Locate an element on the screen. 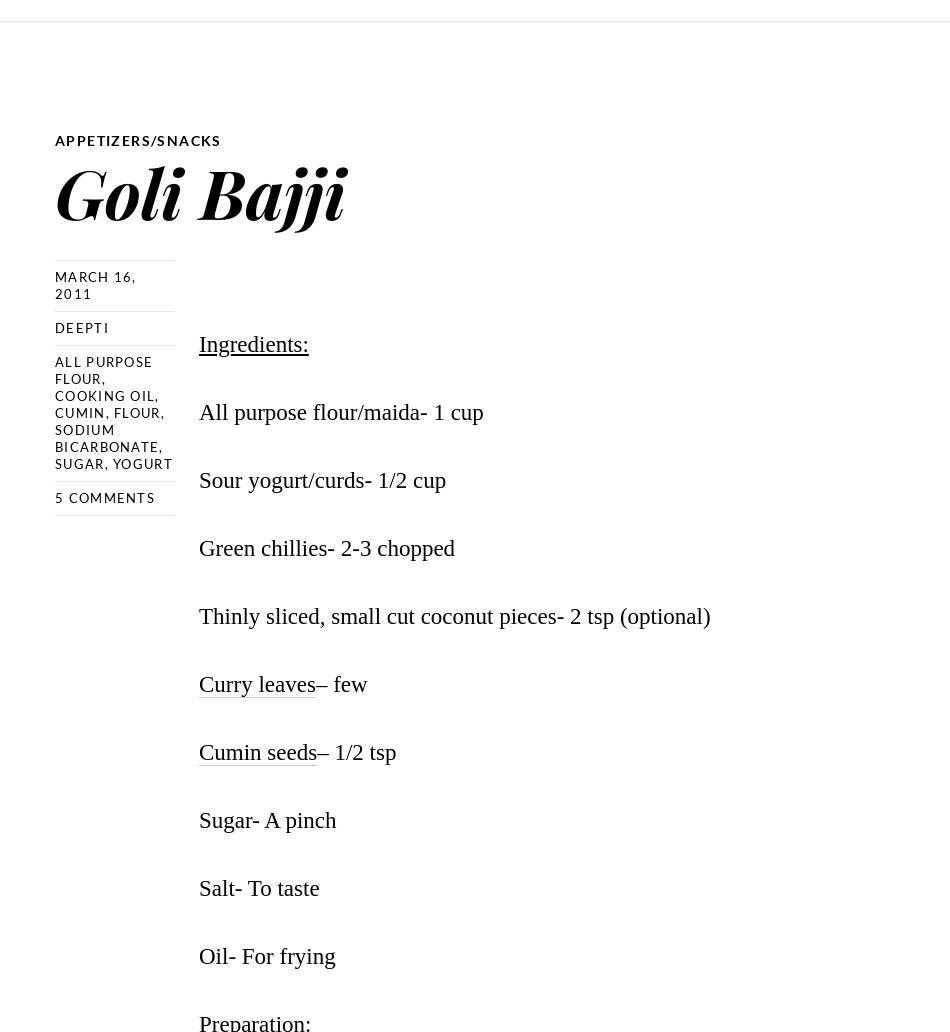 The height and width of the screenshot is (1032, 950). 'Thinly sliced, small cut coconut pieces- 2 tsp (optional)' is located at coordinates (199, 616).